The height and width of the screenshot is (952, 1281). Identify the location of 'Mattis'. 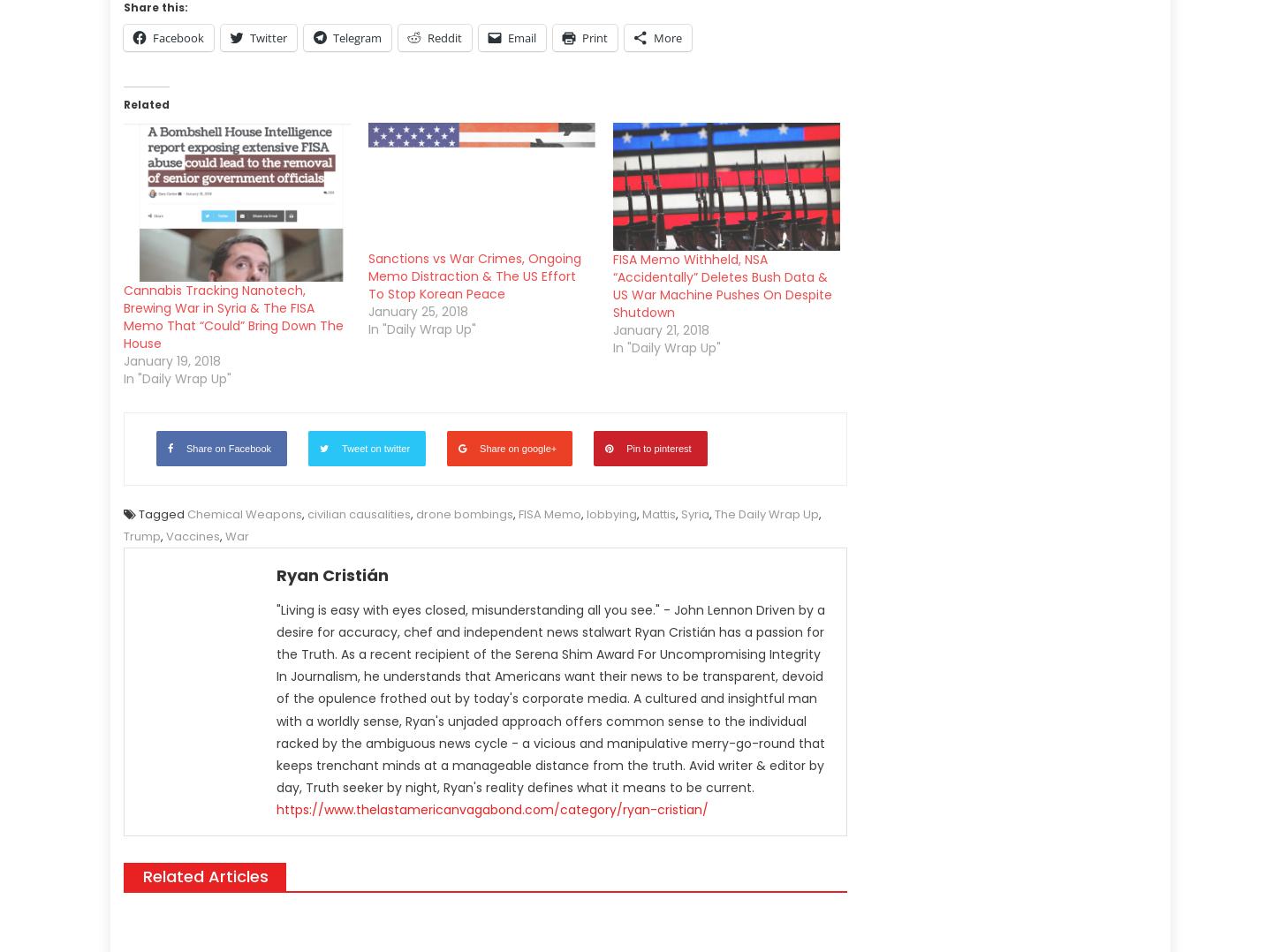
(659, 513).